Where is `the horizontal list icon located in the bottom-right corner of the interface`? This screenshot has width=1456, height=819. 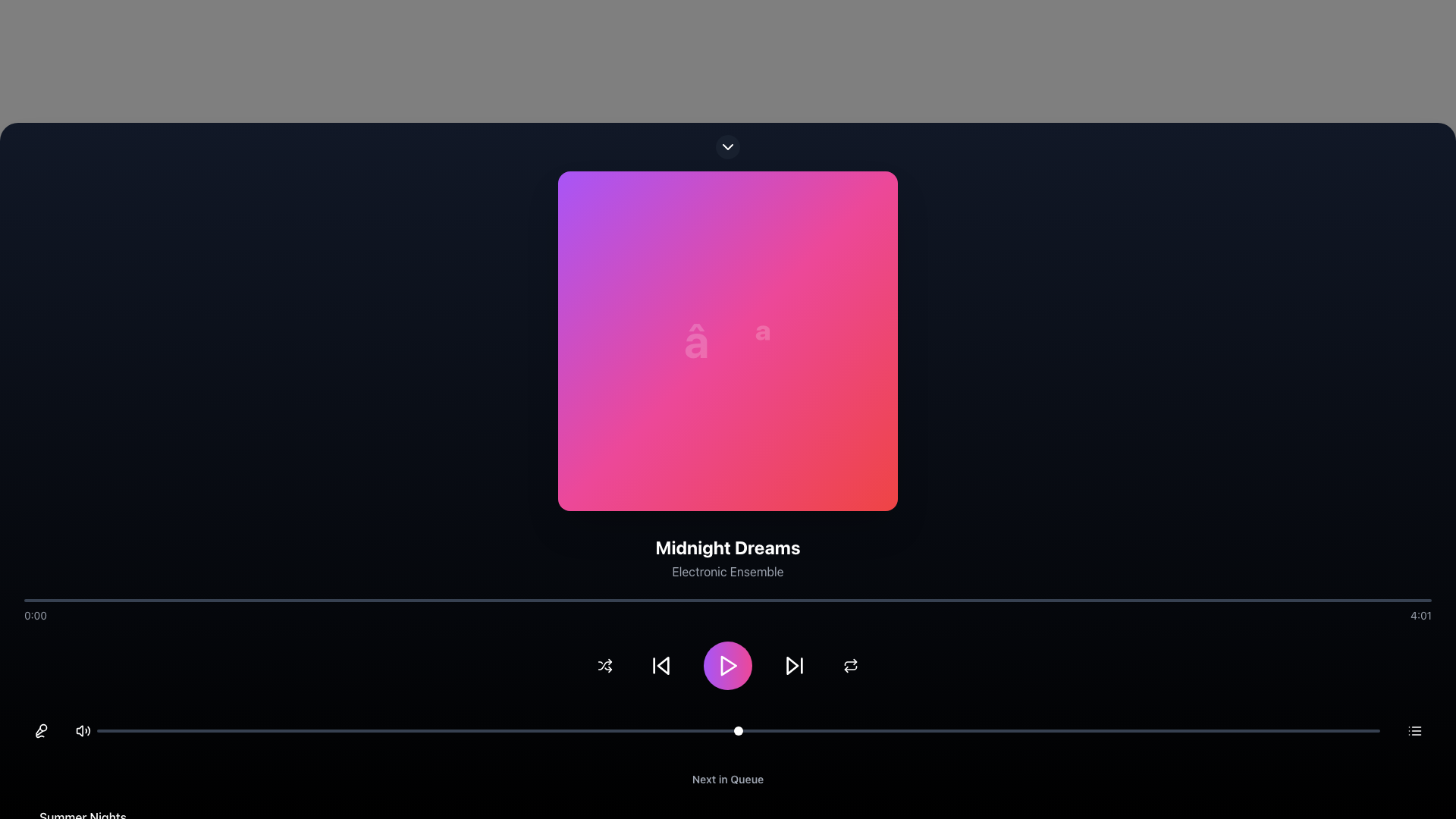
the horizontal list icon located in the bottom-right corner of the interface is located at coordinates (1414, 730).